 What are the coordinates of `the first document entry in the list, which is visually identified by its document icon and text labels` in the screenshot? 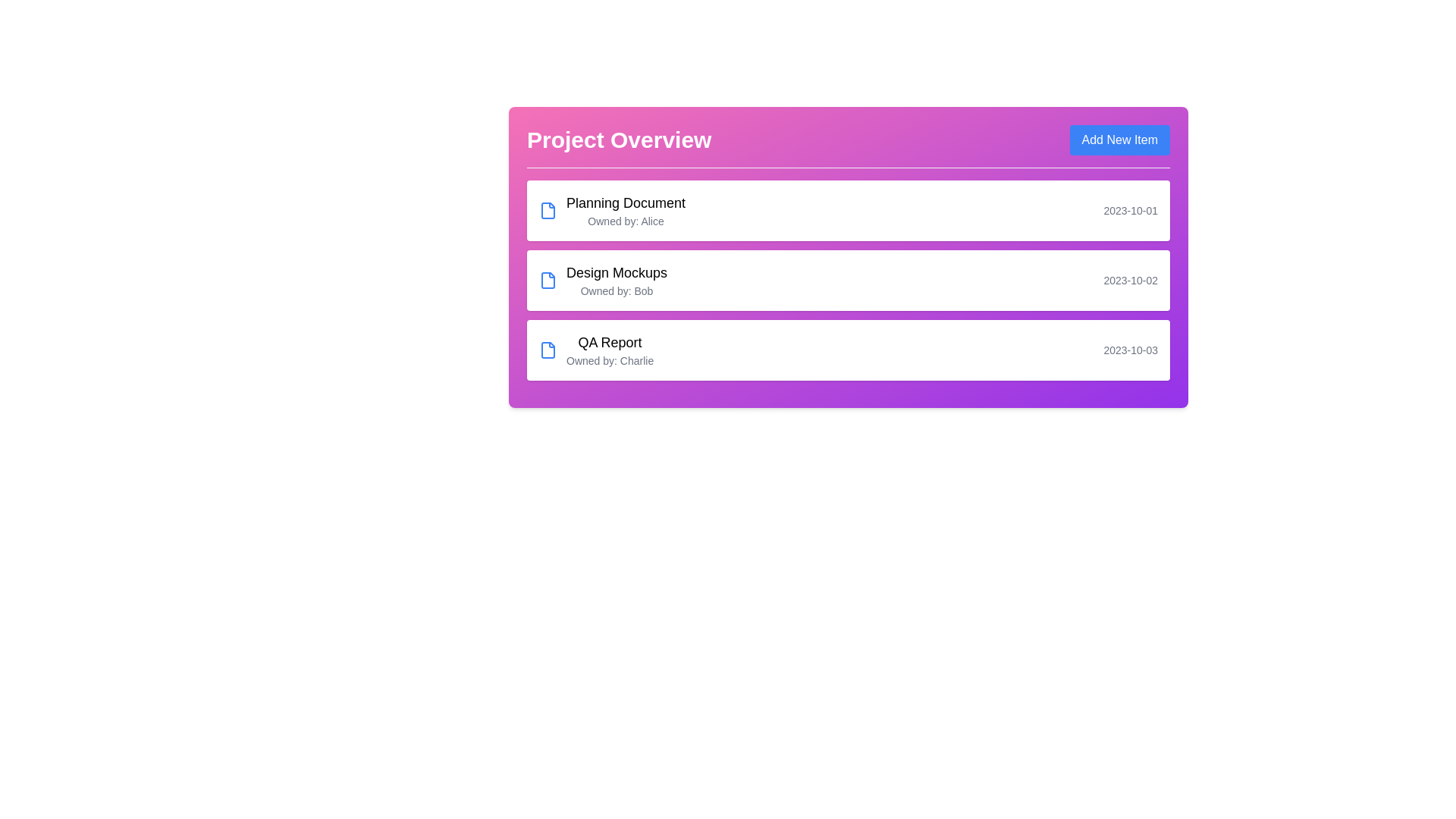 It's located at (612, 210).